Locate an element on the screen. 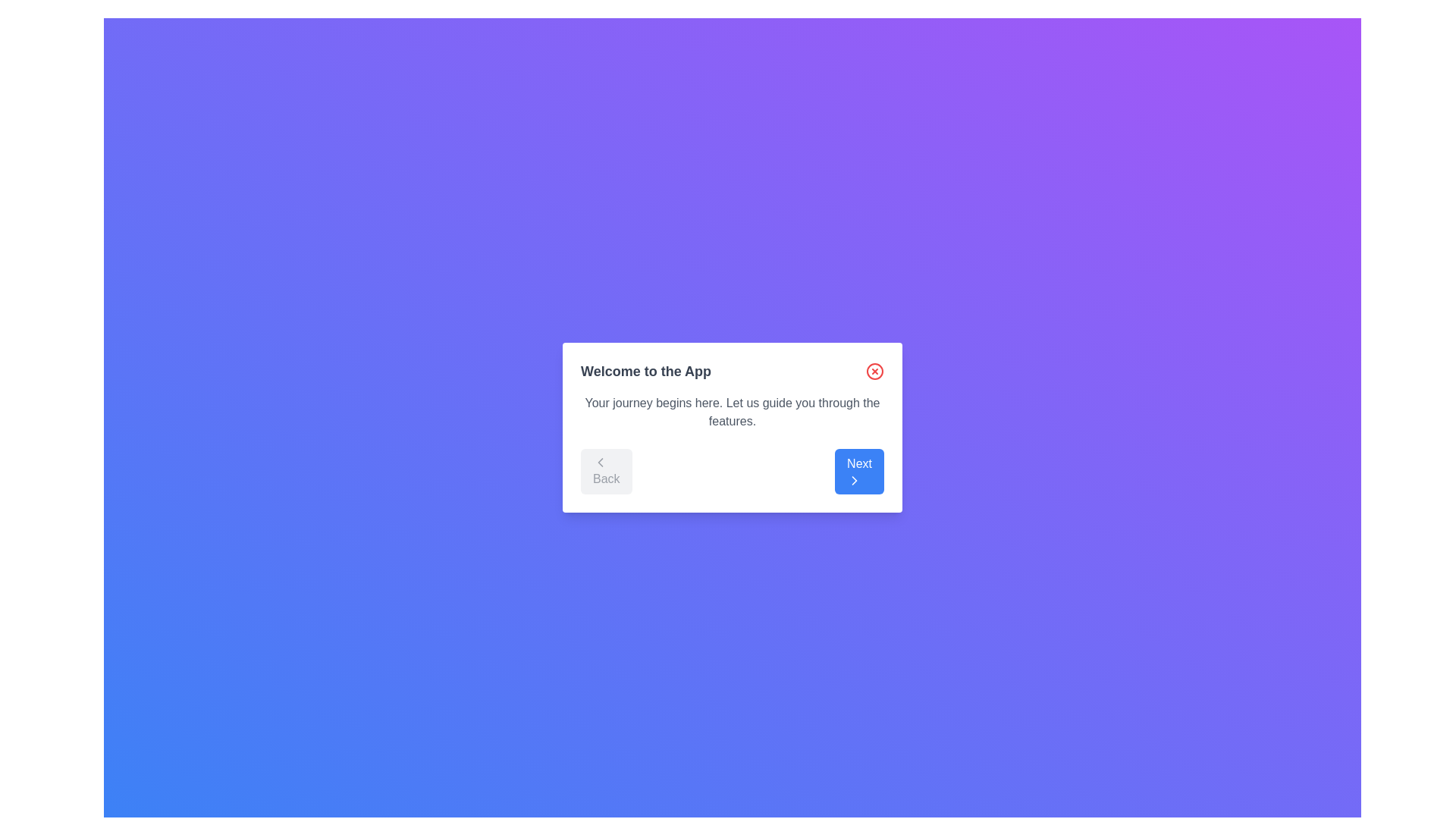 This screenshot has height=819, width=1456. the text block displaying 'Your journey begins here. Let us guide you through the features.' which is styled in muted gray color and located in the middle of the dialogue box is located at coordinates (732, 412).